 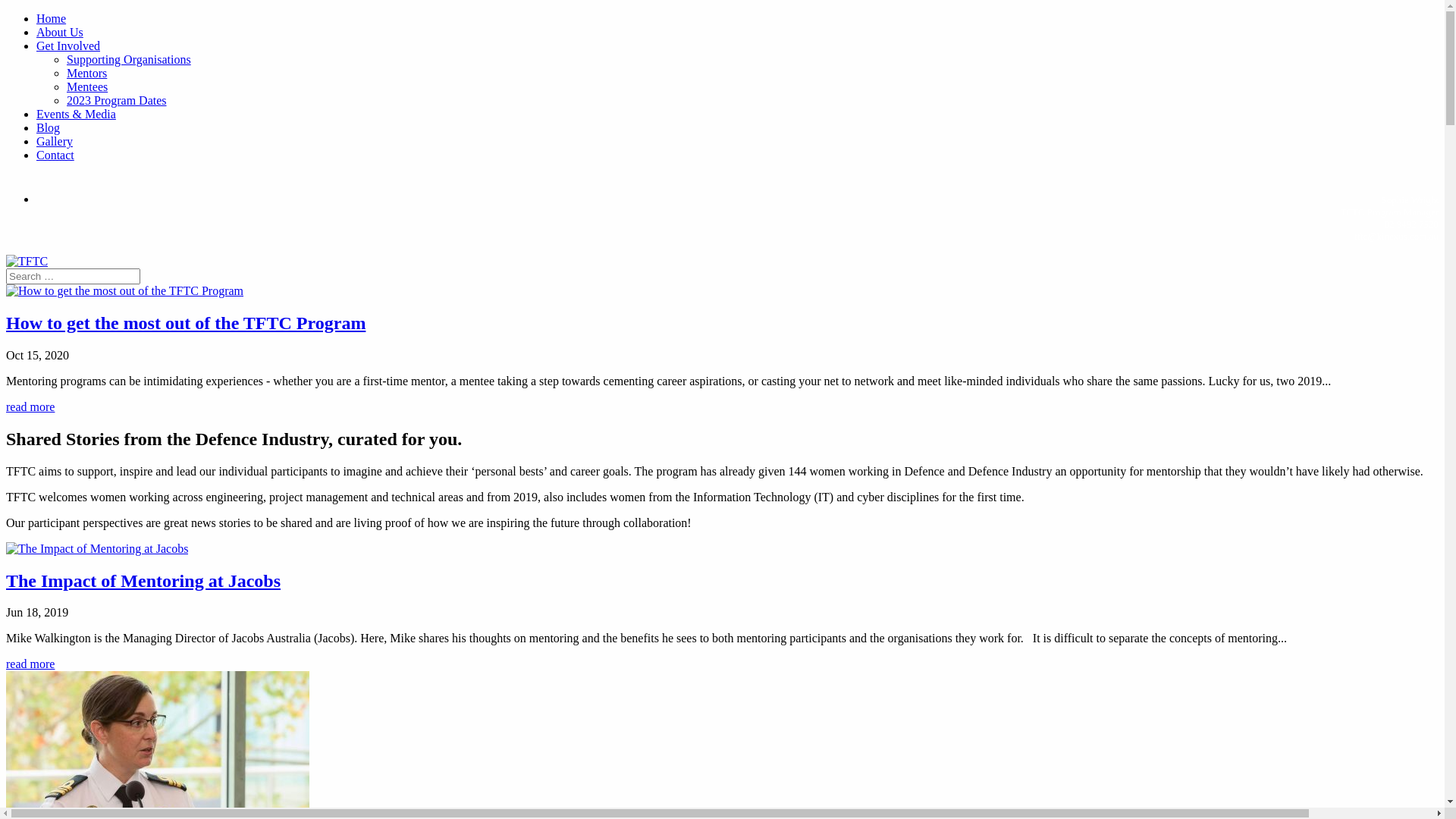 I want to click on 'Supporting Organisations', so click(x=128, y=58).